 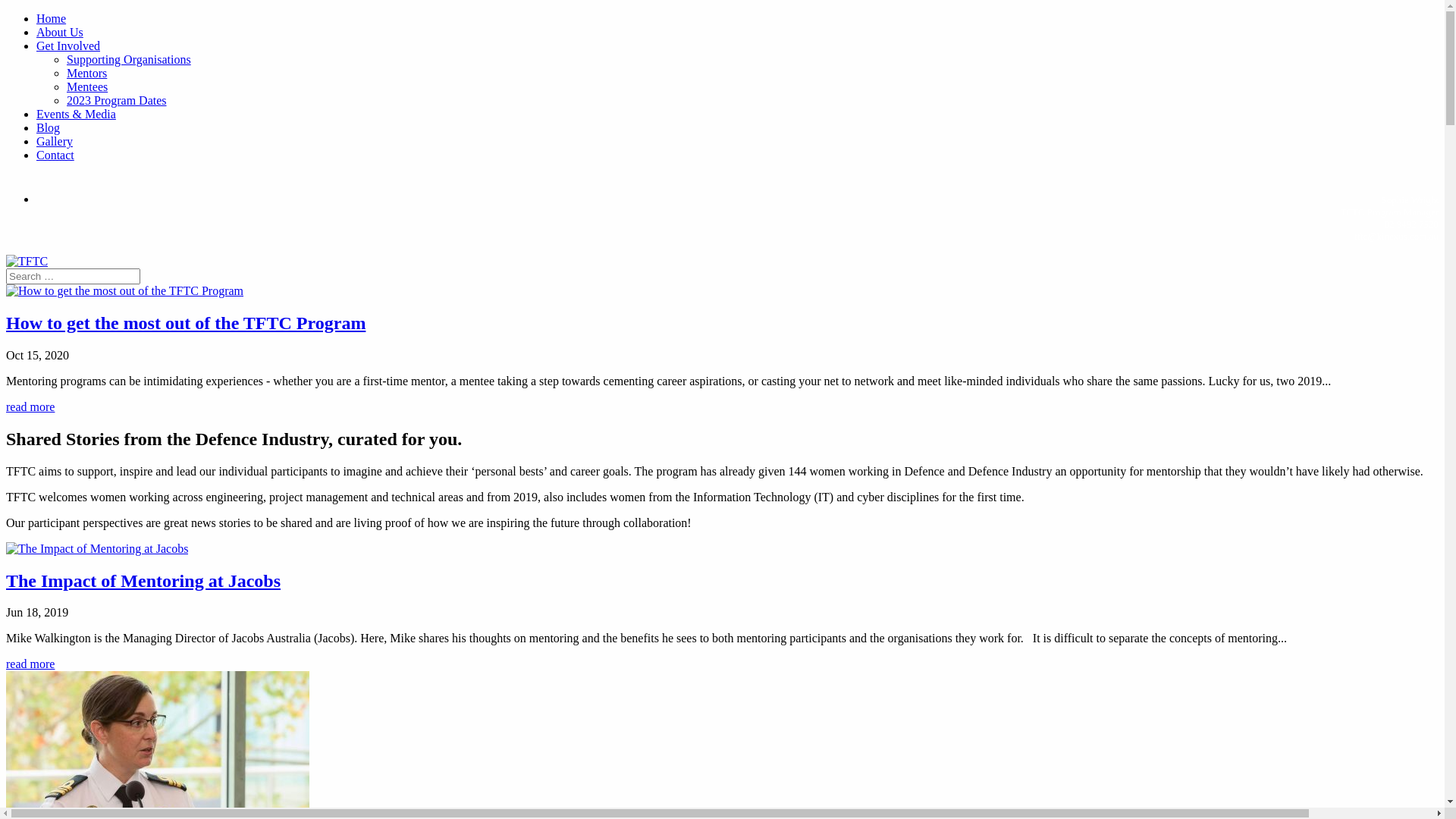 I want to click on 'Supporting Organisations', so click(x=128, y=58).